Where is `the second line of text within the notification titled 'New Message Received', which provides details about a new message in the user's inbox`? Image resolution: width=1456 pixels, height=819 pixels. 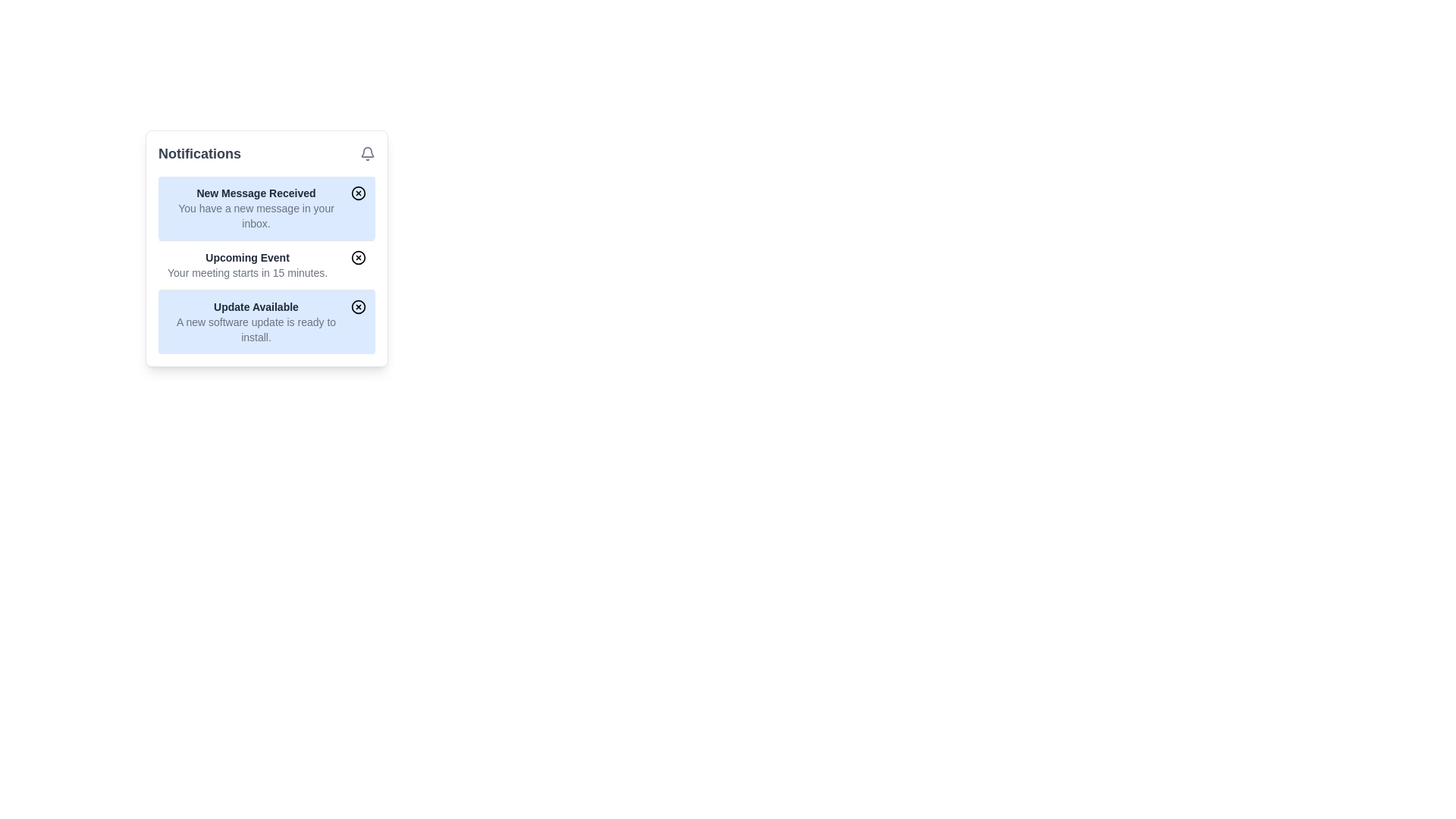
the second line of text within the notification titled 'New Message Received', which provides details about a new message in the user's inbox is located at coordinates (256, 216).